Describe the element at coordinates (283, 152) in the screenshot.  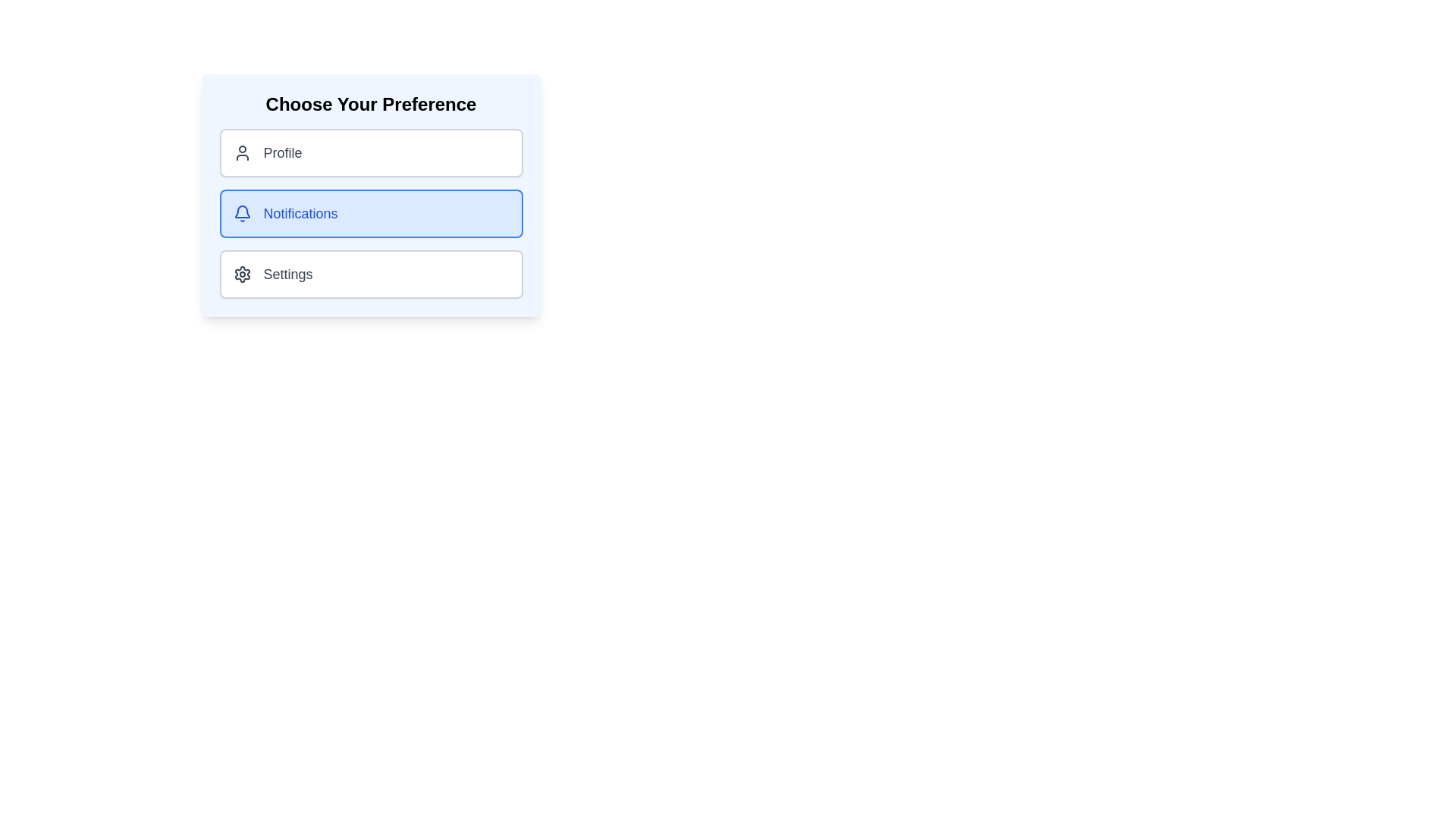
I see `text label element displaying 'Profile', which is styled with a larger font size and medium weight, located under the header 'Choose Your Preference' in the first selectable item of a vertical list` at that location.